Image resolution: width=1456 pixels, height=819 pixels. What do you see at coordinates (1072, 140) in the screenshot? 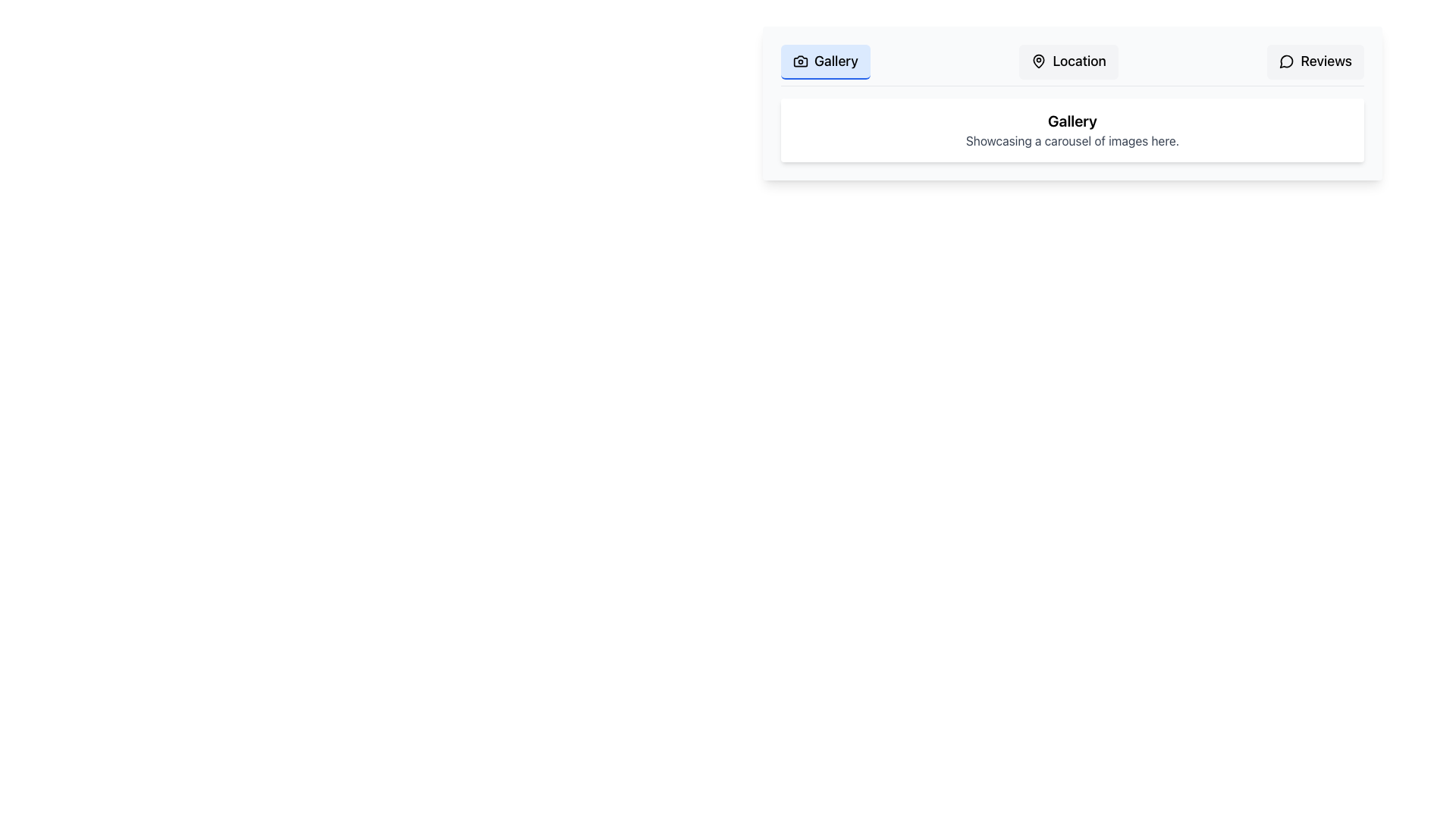
I see `the descriptive caption in the 'Gallery' section, located immediately underneath the heading 'Gallery'` at bounding box center [1072, 140].